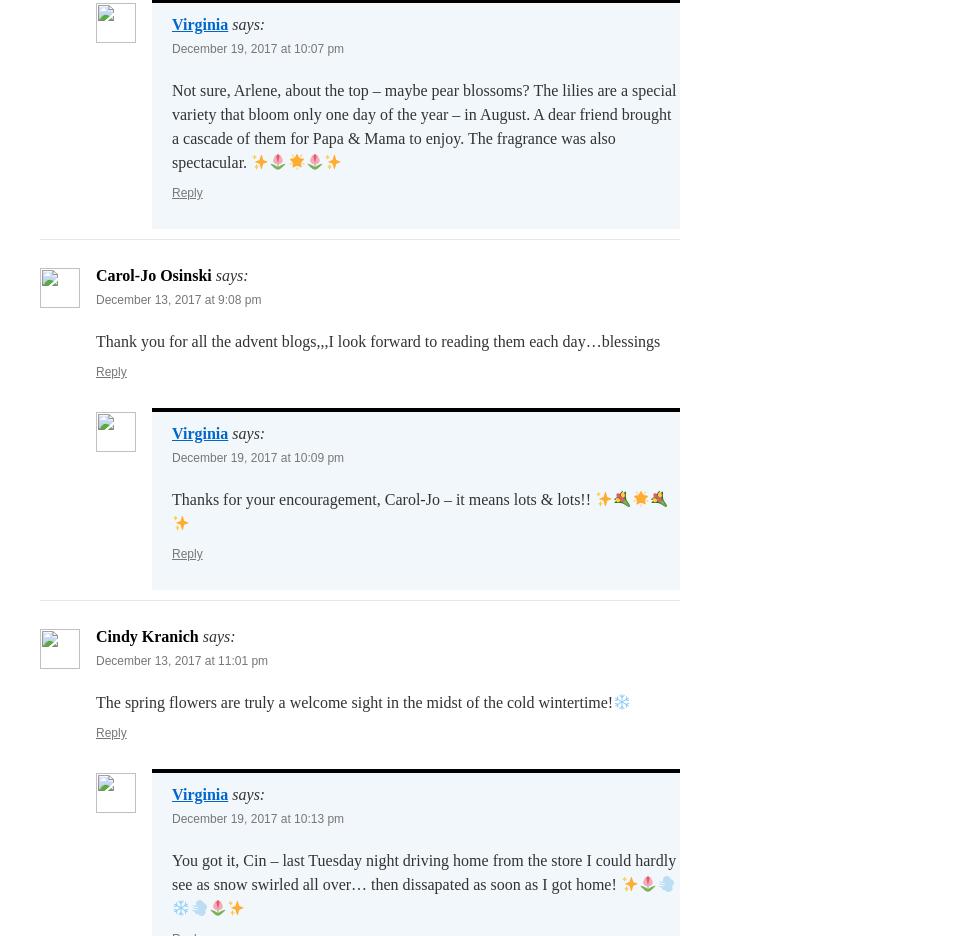 The image size is (980, 936). Describe the element at coordinates (178, 299) in the screenshot. I see `'December 13, 2017 at 9:08 pm'` at that location.